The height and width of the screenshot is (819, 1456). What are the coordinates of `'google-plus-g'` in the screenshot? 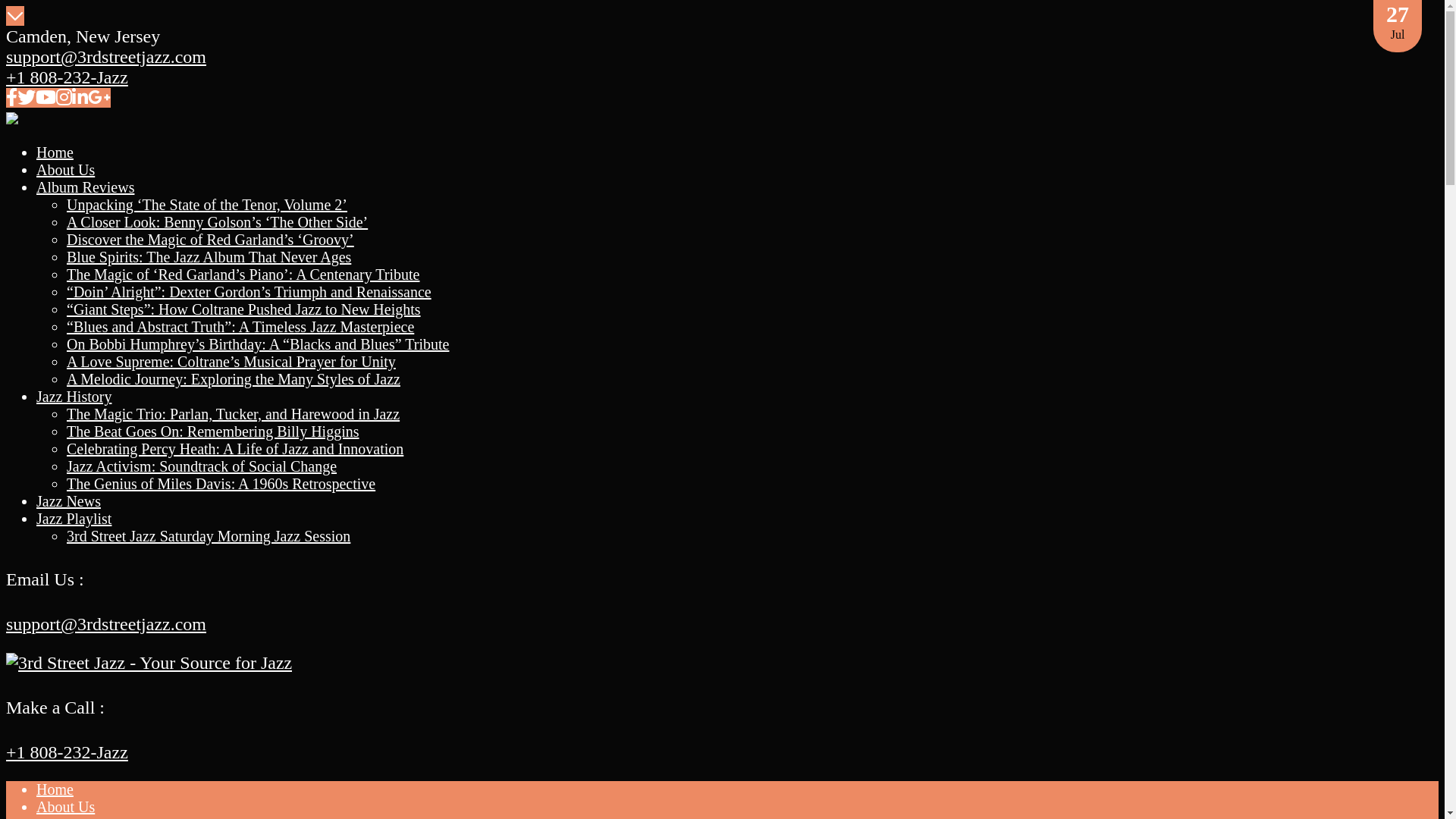 It's located at (86, 97).